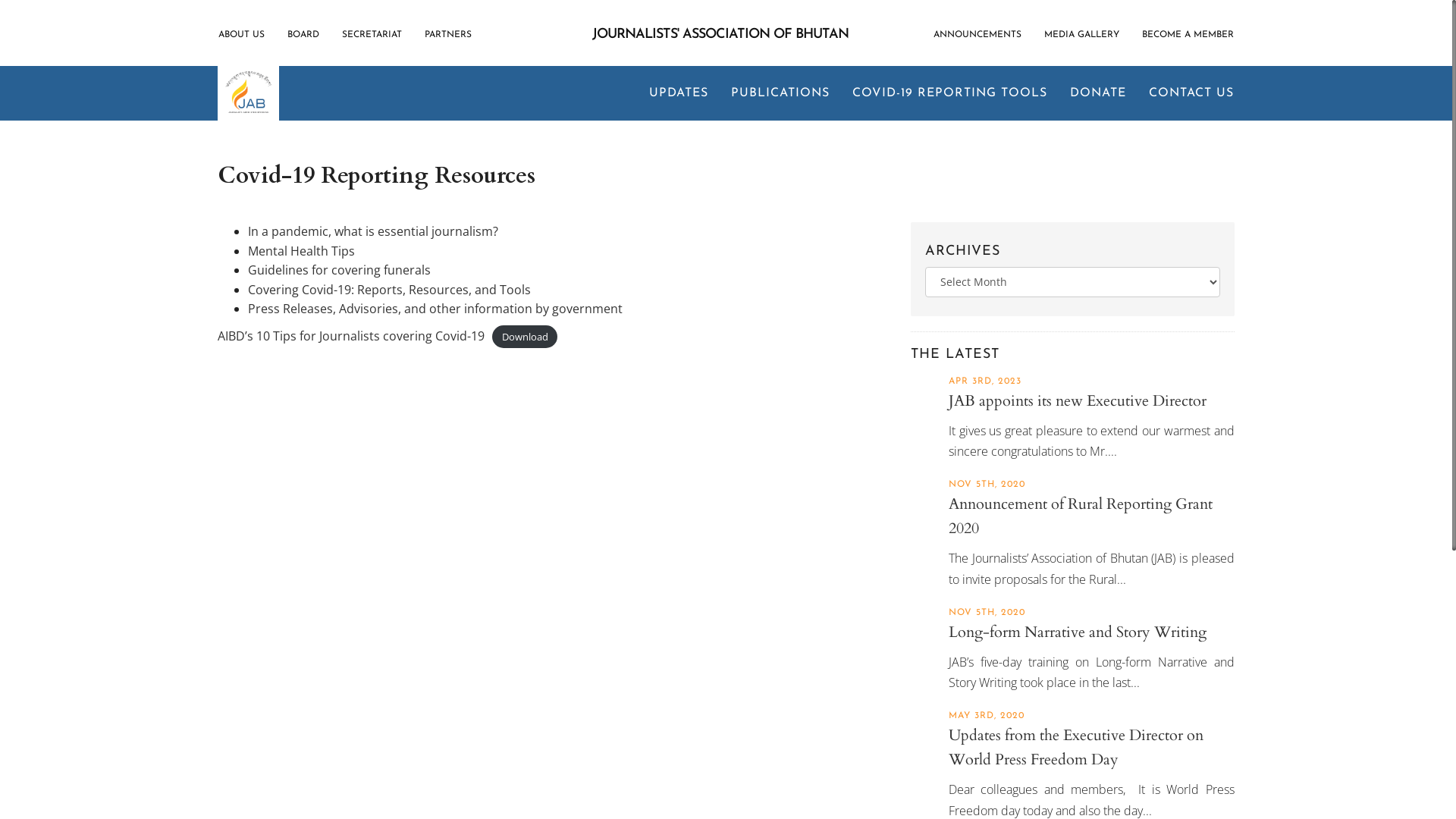 Image resolution: width=1456 pixels, height=819 pixels. I want to click on 'In a pandemic, what is essential journalism?', so click(372, 231).